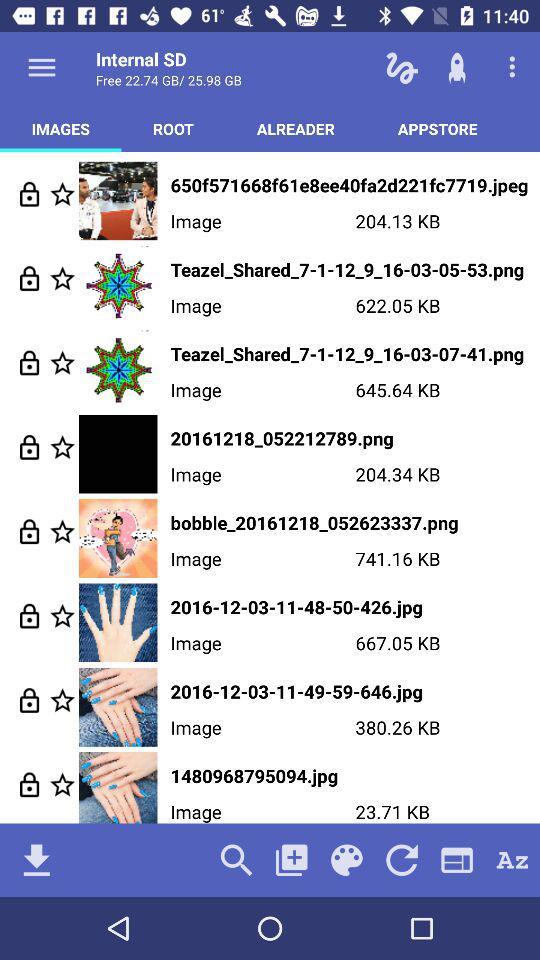  What do you see at coordinates (28, 447) in the screenshot?
I see `lock in your selection` at bounding box center [28, 447].